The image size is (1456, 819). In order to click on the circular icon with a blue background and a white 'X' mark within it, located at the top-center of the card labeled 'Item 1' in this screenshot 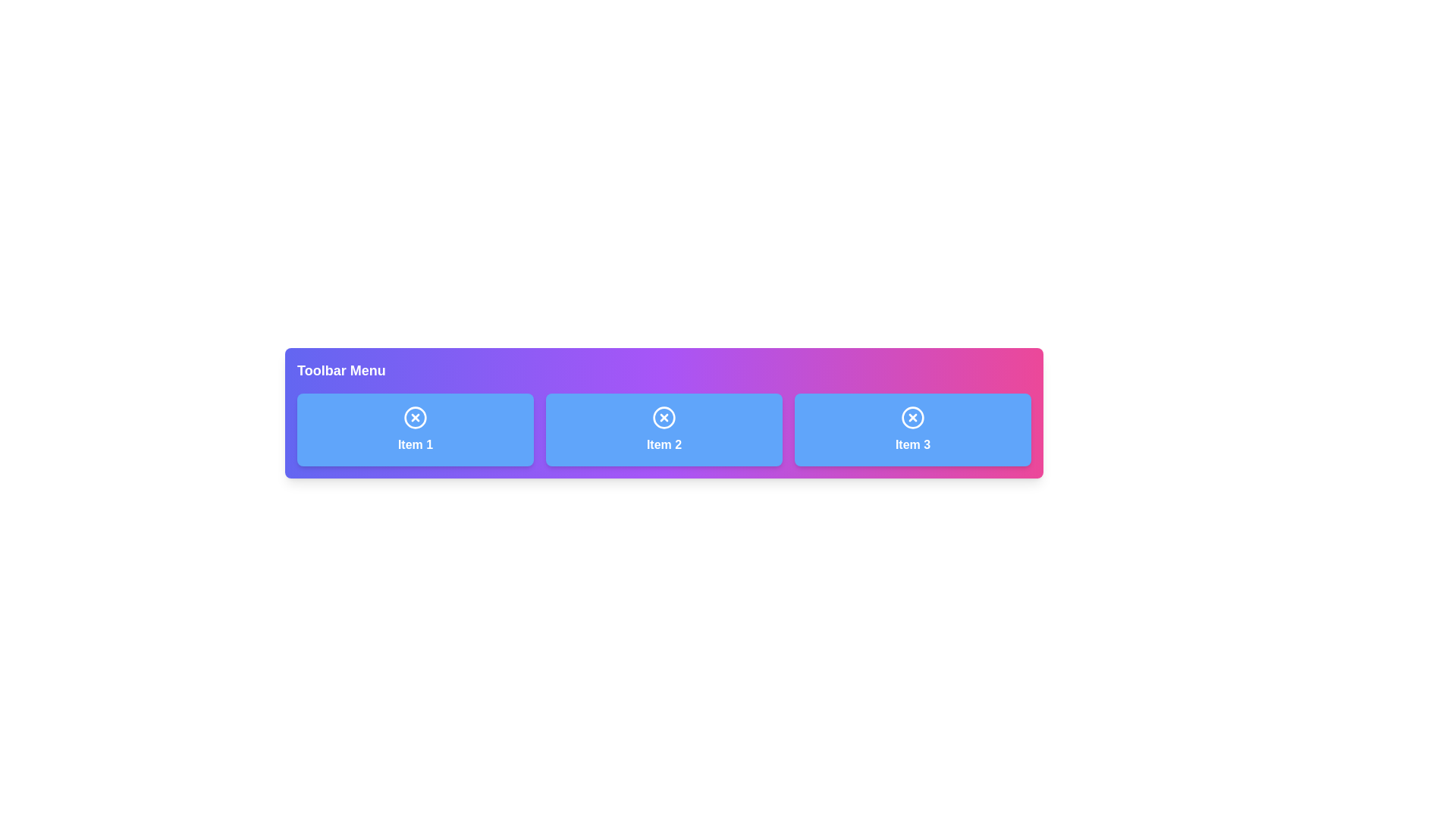, I will do `click(415, 418)`.